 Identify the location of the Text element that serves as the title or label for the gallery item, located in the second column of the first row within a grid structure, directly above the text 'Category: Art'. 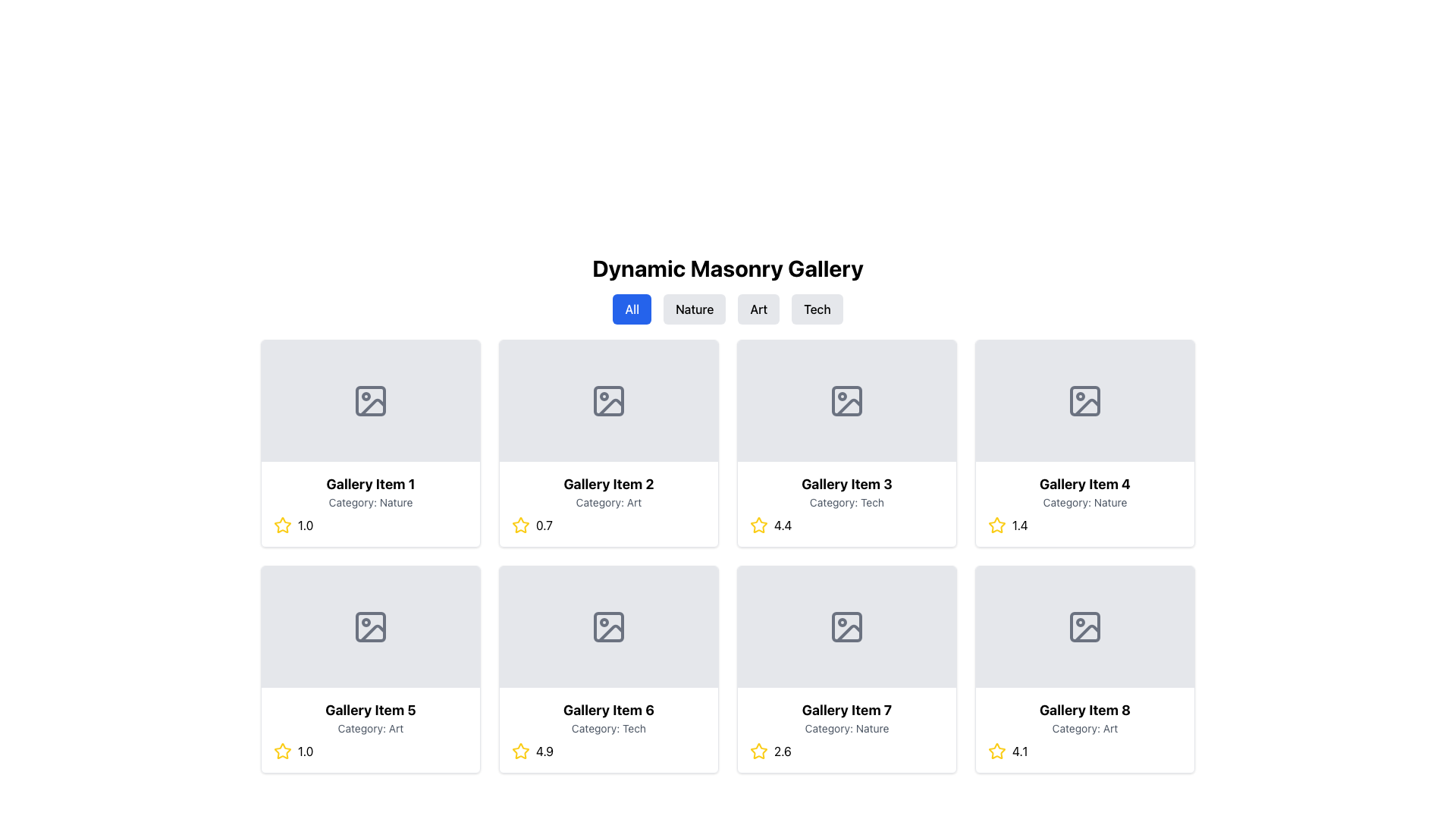
(608, 485).